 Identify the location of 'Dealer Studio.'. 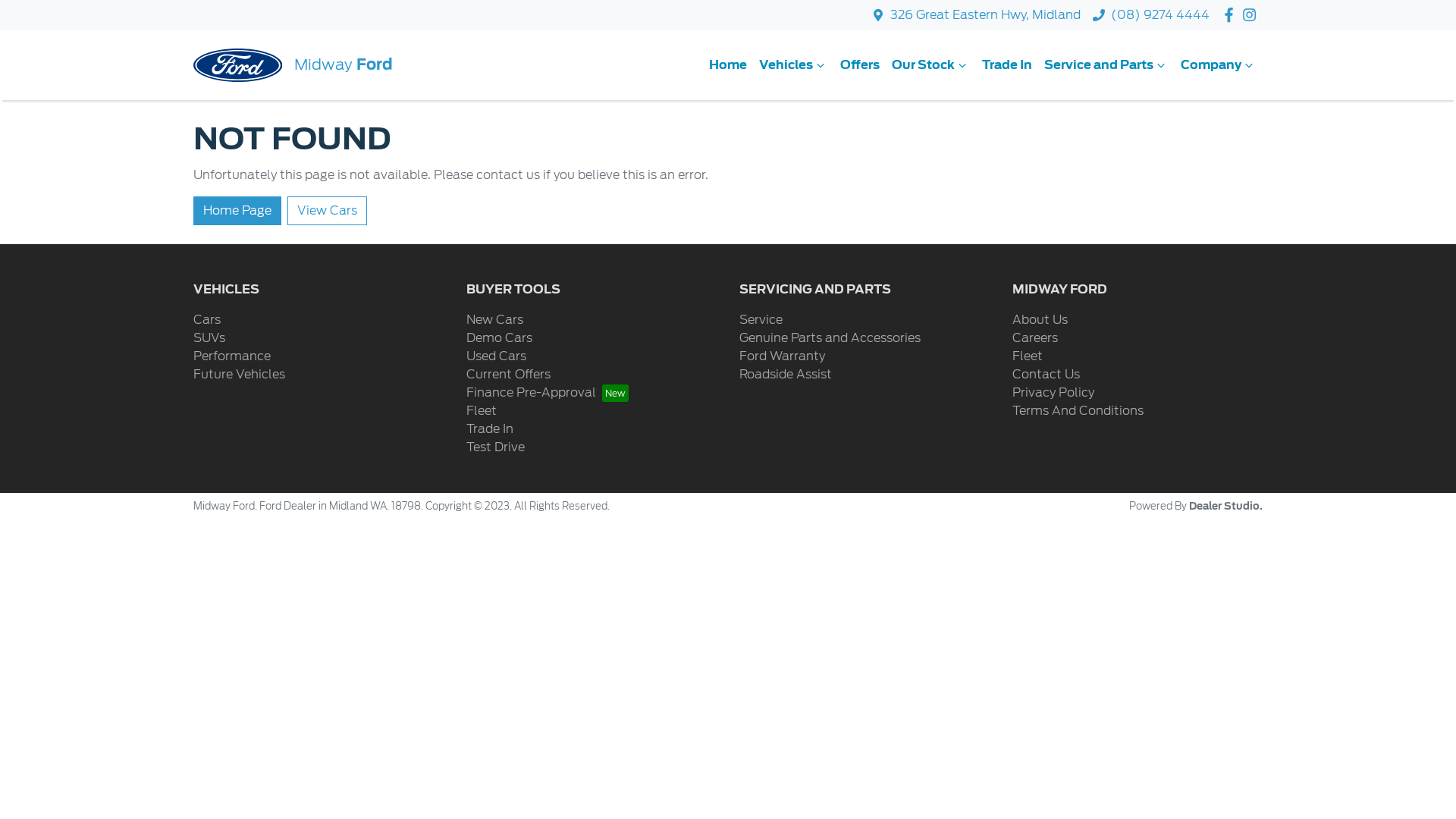
(1225, 506).